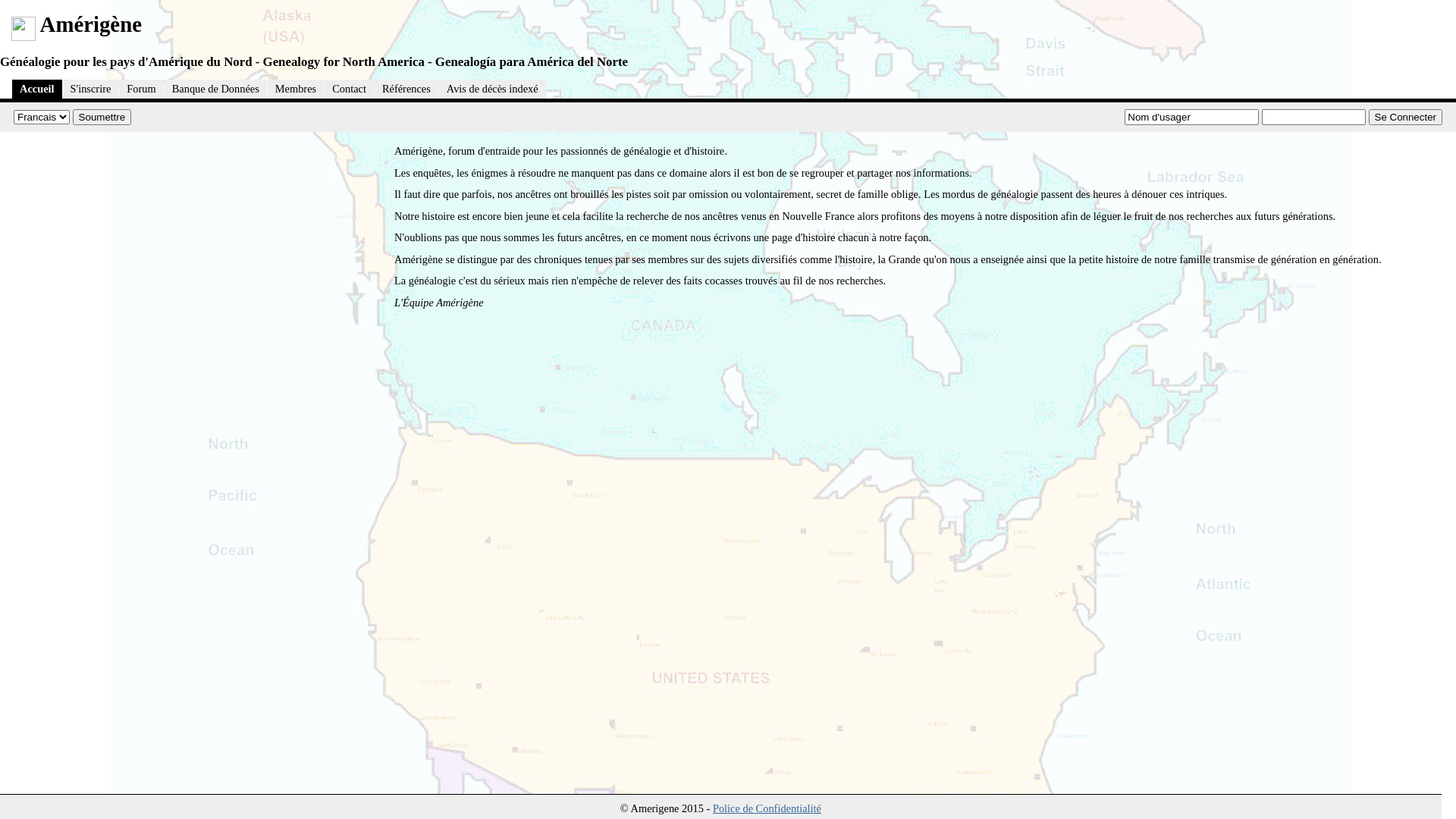 The width and height of the screenshot is (1456, 819). I want to click on 'Membres', so click(295, 89).